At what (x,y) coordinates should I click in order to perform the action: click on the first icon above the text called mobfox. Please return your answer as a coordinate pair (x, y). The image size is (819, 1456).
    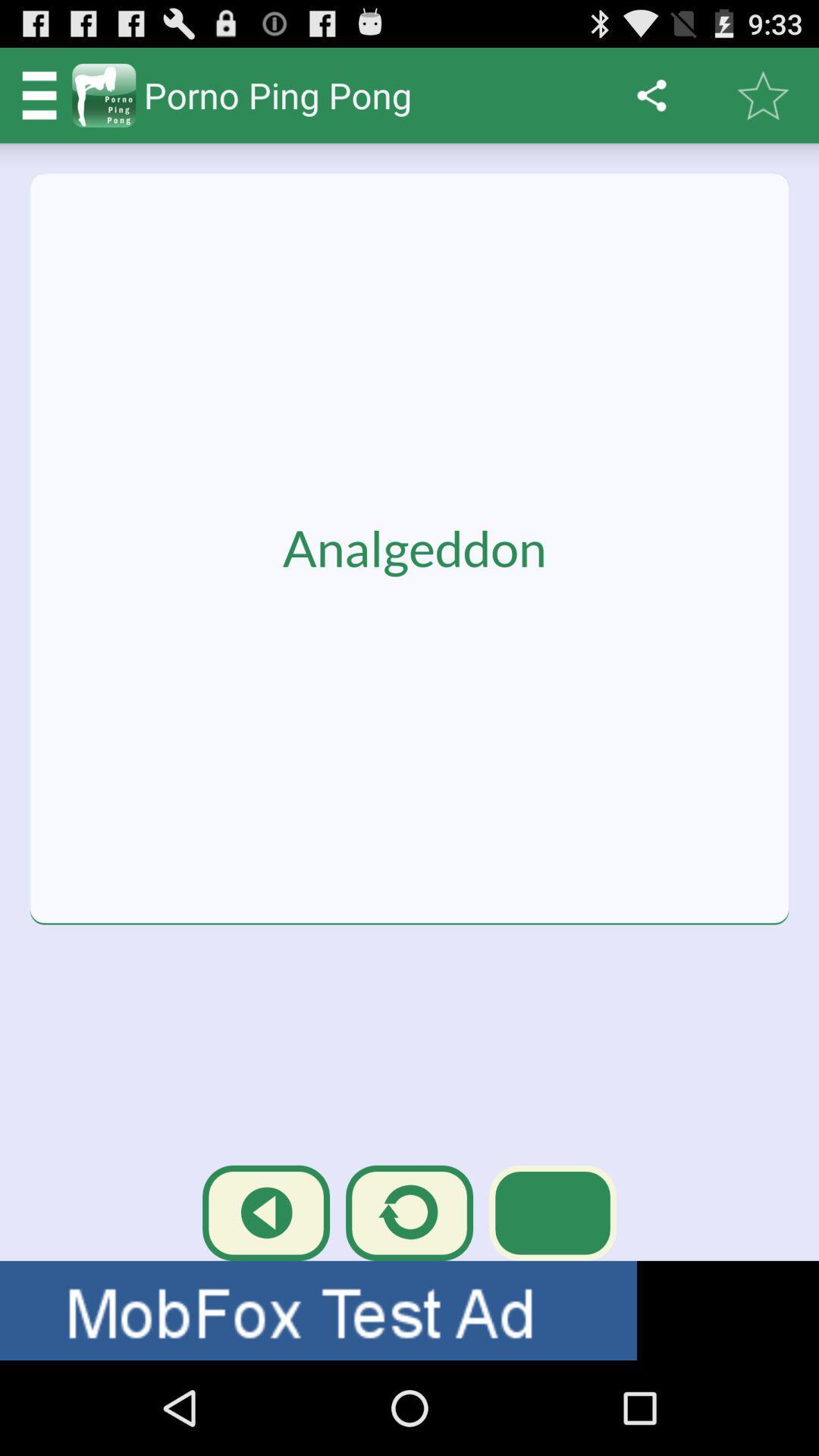
    Looking at the image, I should click on (265, 1212).